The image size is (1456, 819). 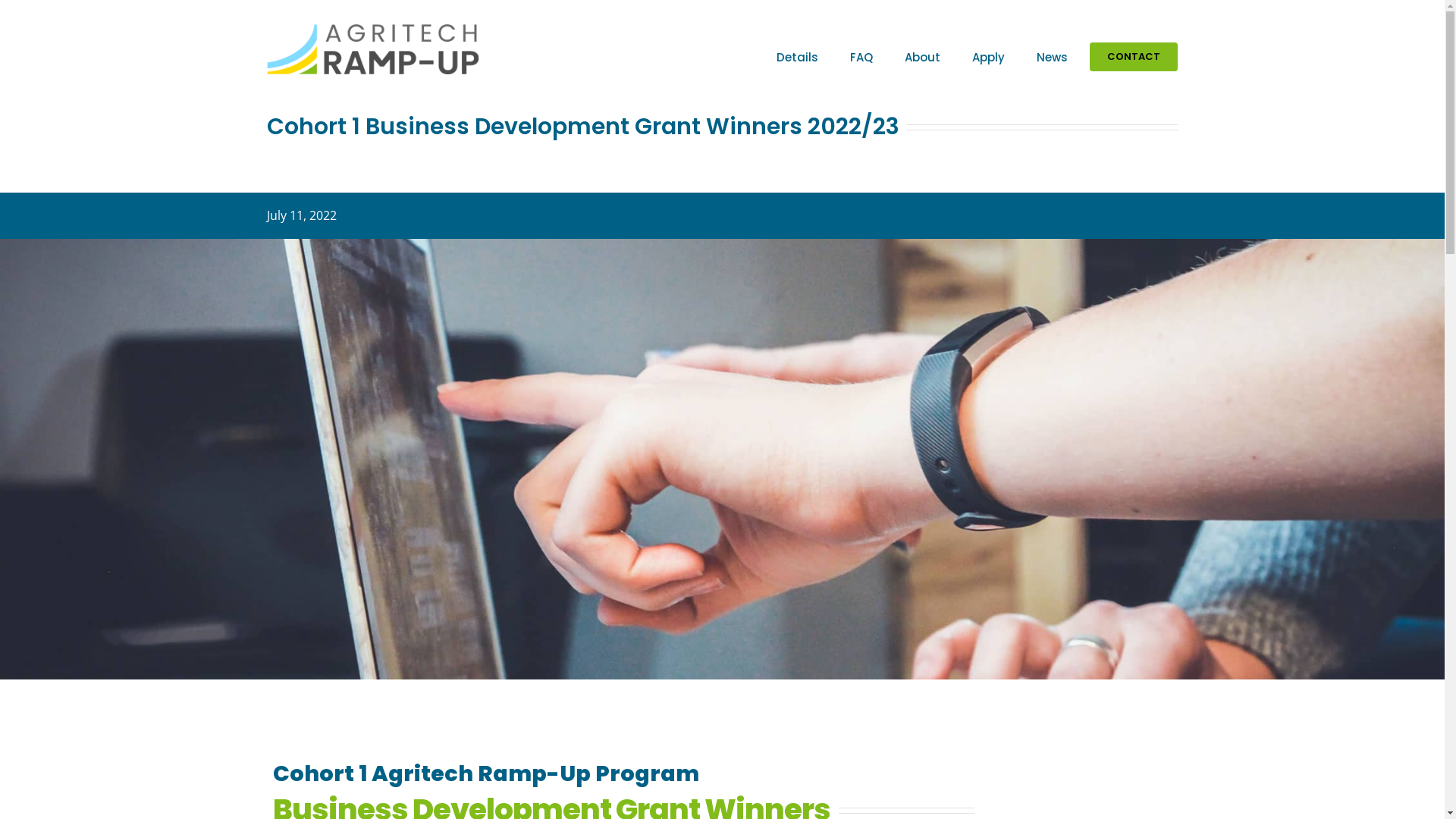 What do you see at coordinates (921, 55) in the screenshot?
I see `'About'` at bounding box center [921, 55].